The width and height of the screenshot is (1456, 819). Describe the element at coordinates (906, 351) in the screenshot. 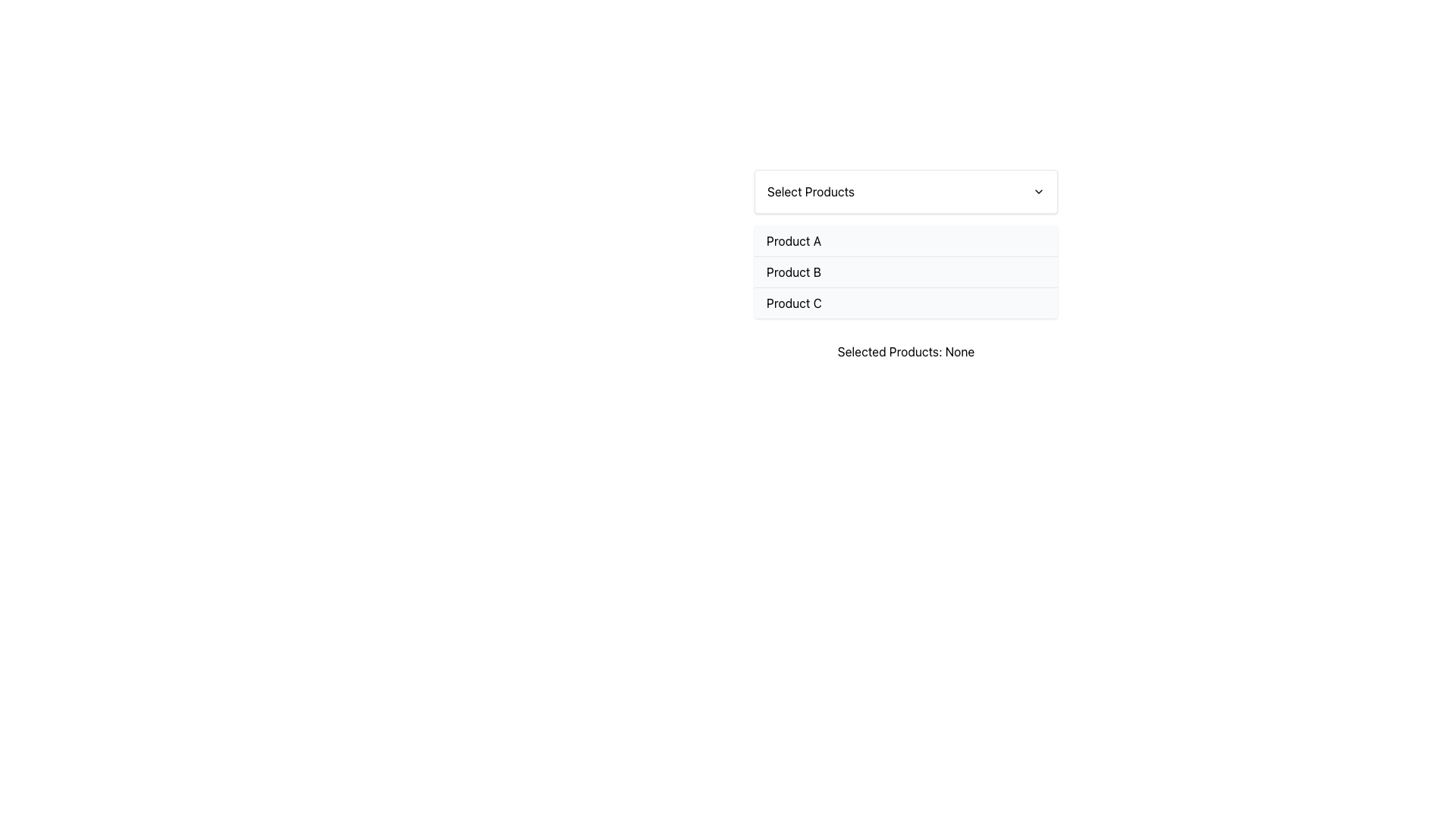

I see `text displayed in the static label that shows the user's current selection, which is positioned centrally at the bottom of the product list` at that location.